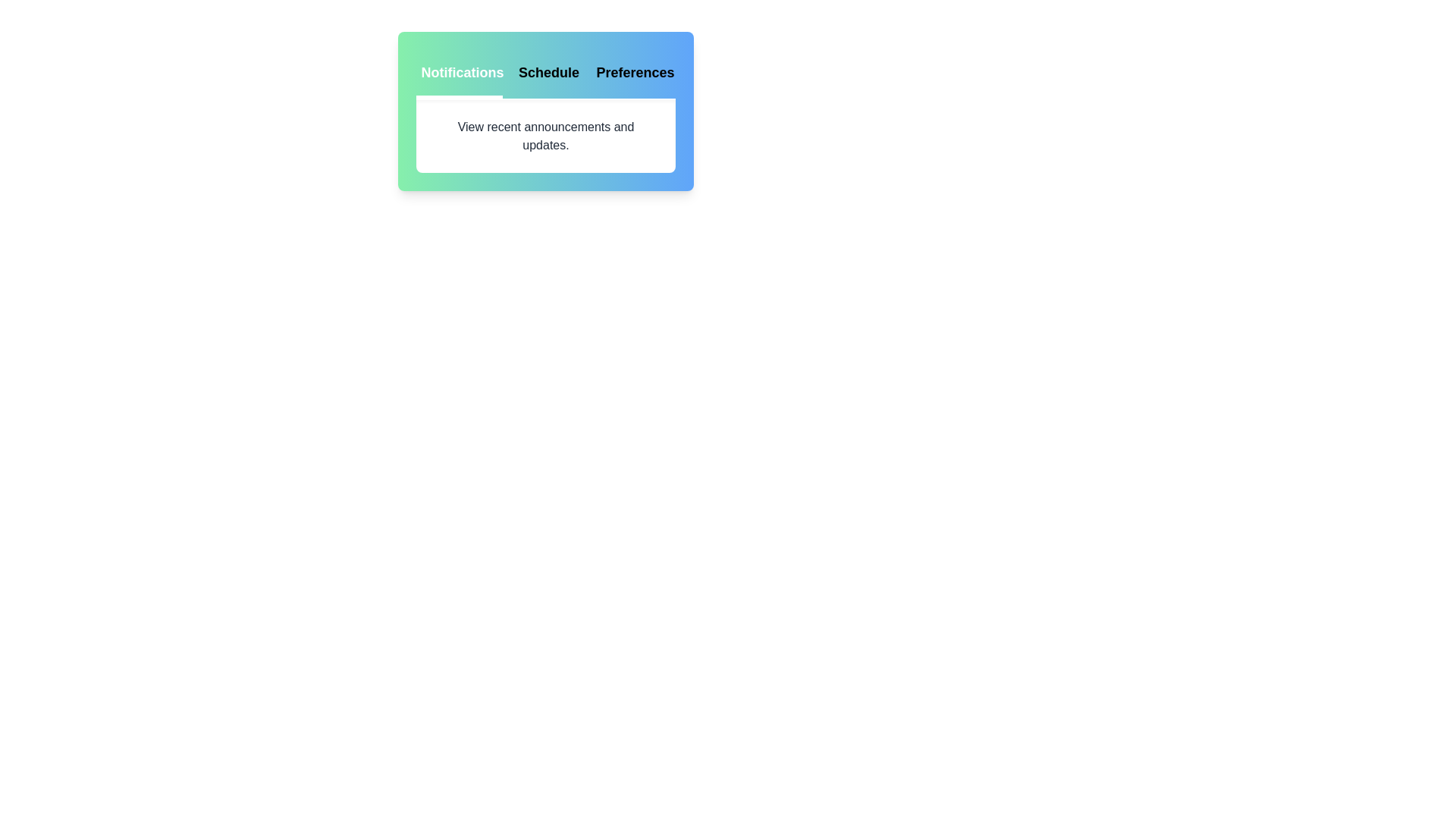 The image size is (1456, 819). Describe the element at coordinates (458, 74) in the screenshot. I see `the tab labeled Notifications` at that location.